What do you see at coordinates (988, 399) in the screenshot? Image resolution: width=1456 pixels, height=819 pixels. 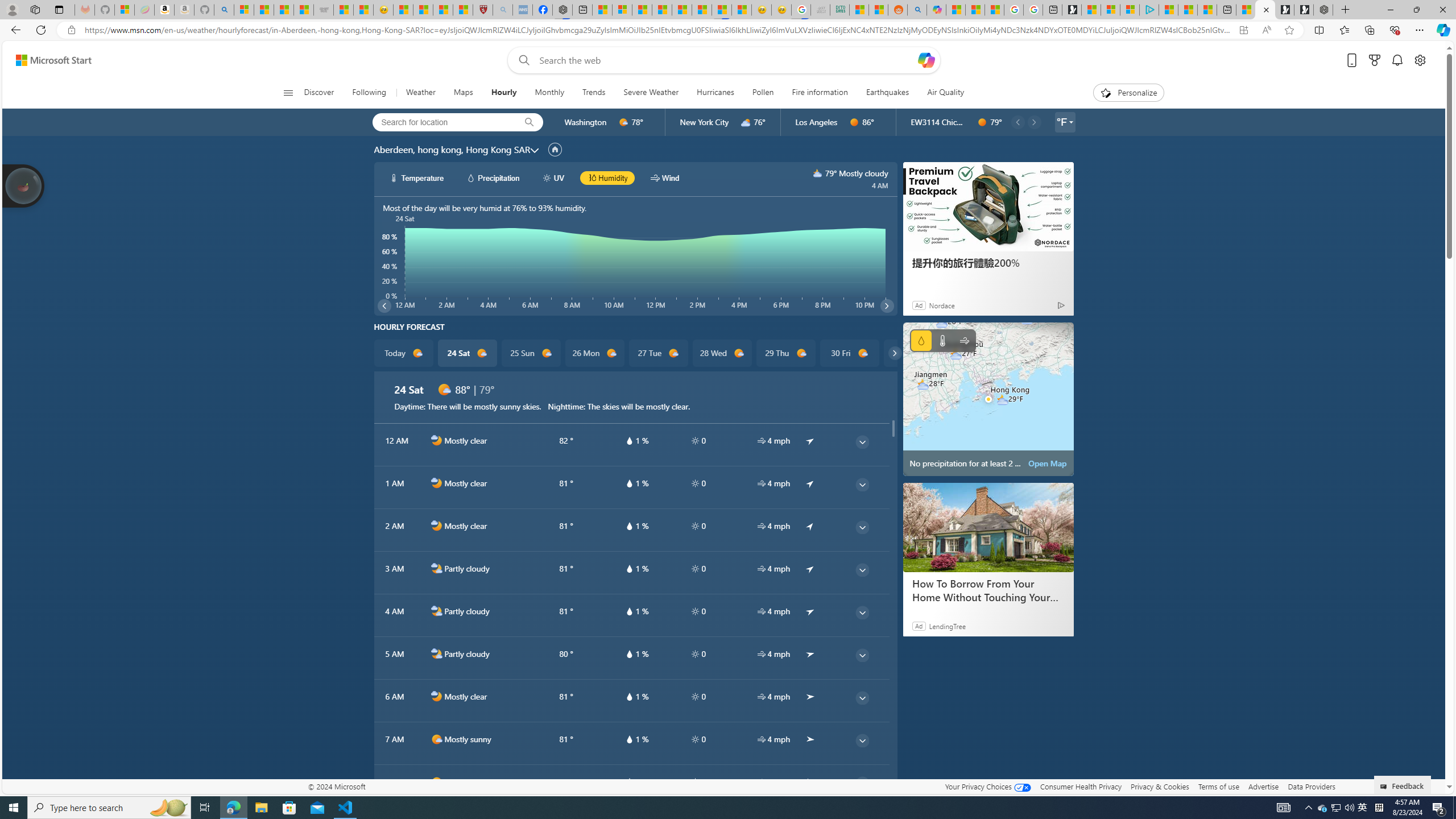 I see `'No precipitation for at least 2 hours'` at bounding box center [988, 399].